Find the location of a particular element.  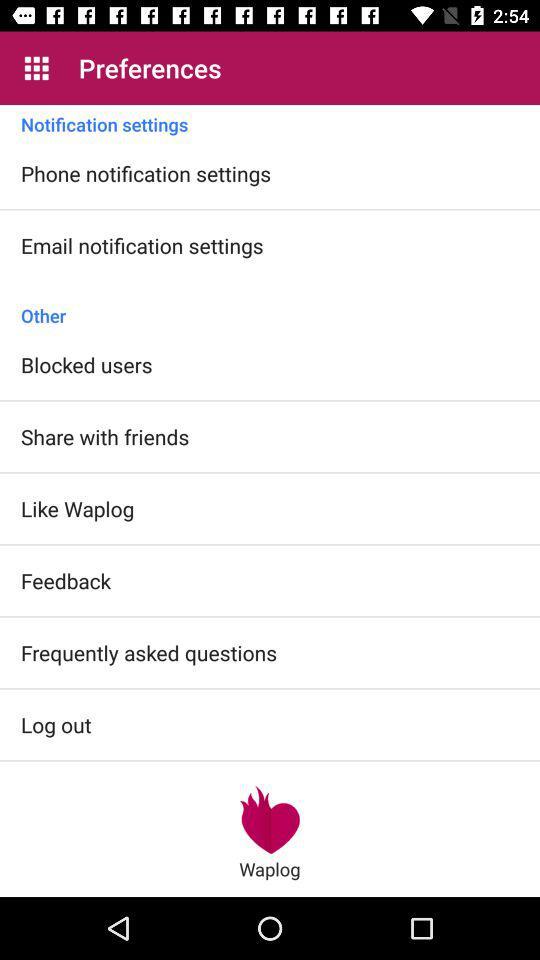

item above notification settings item is located at coordinates (36, 68).